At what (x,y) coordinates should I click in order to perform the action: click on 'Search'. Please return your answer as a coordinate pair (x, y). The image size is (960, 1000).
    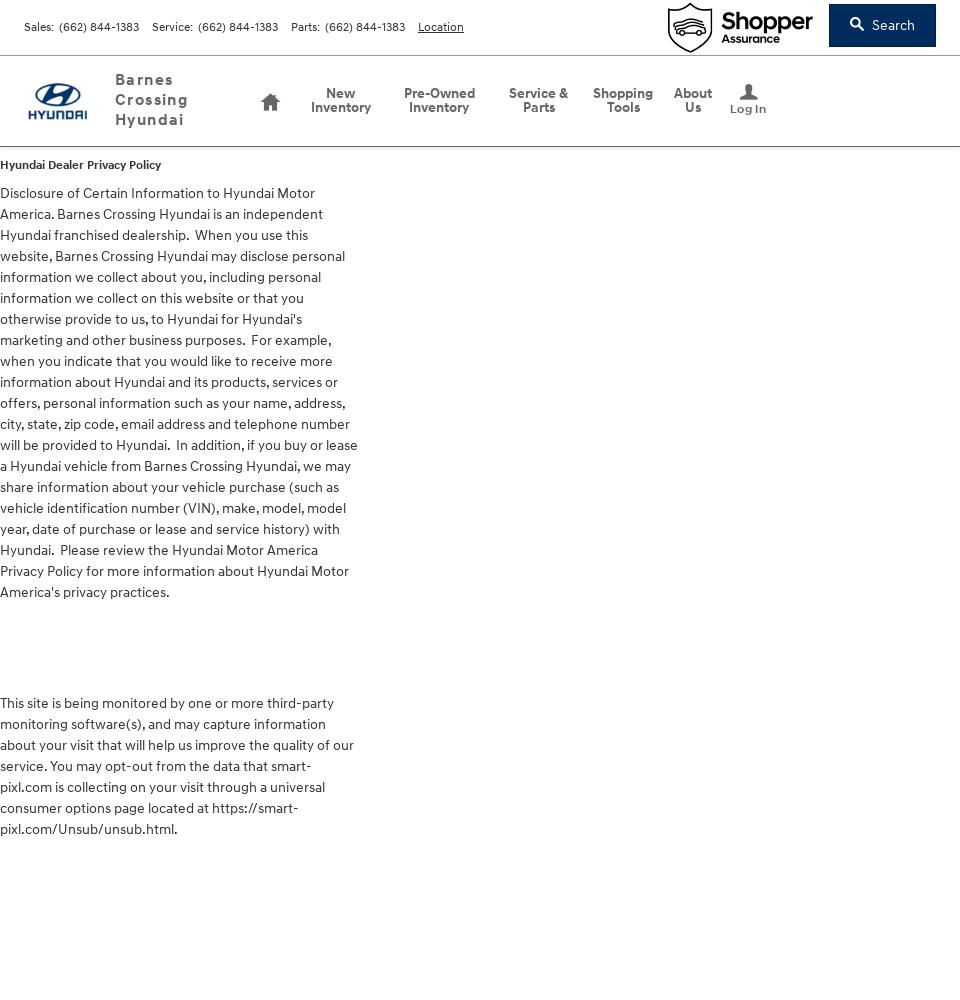
    Looking at the image, I should click on (870, 25).